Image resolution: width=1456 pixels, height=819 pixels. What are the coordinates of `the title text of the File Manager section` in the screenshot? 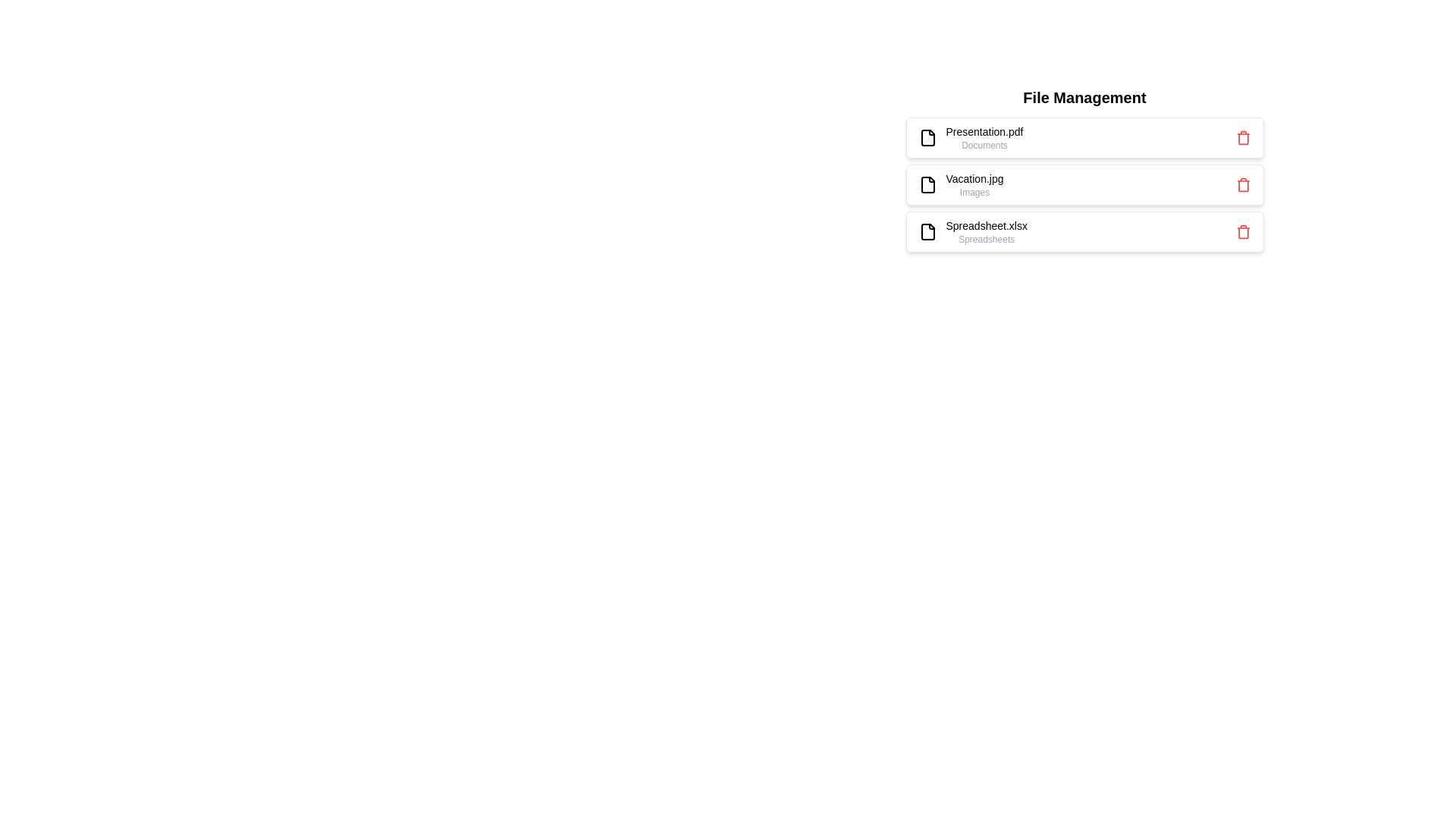 It's located at (1084, 97).